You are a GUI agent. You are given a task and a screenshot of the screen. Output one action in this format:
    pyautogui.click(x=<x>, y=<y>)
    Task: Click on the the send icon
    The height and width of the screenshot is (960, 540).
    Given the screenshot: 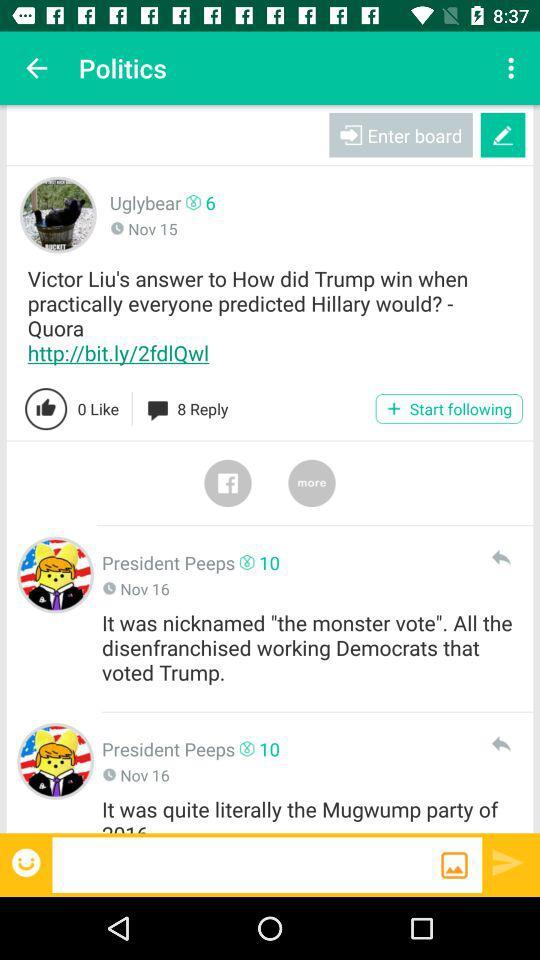 What is the action you would take?
    pyautogui.click(x=508, y=861)
    